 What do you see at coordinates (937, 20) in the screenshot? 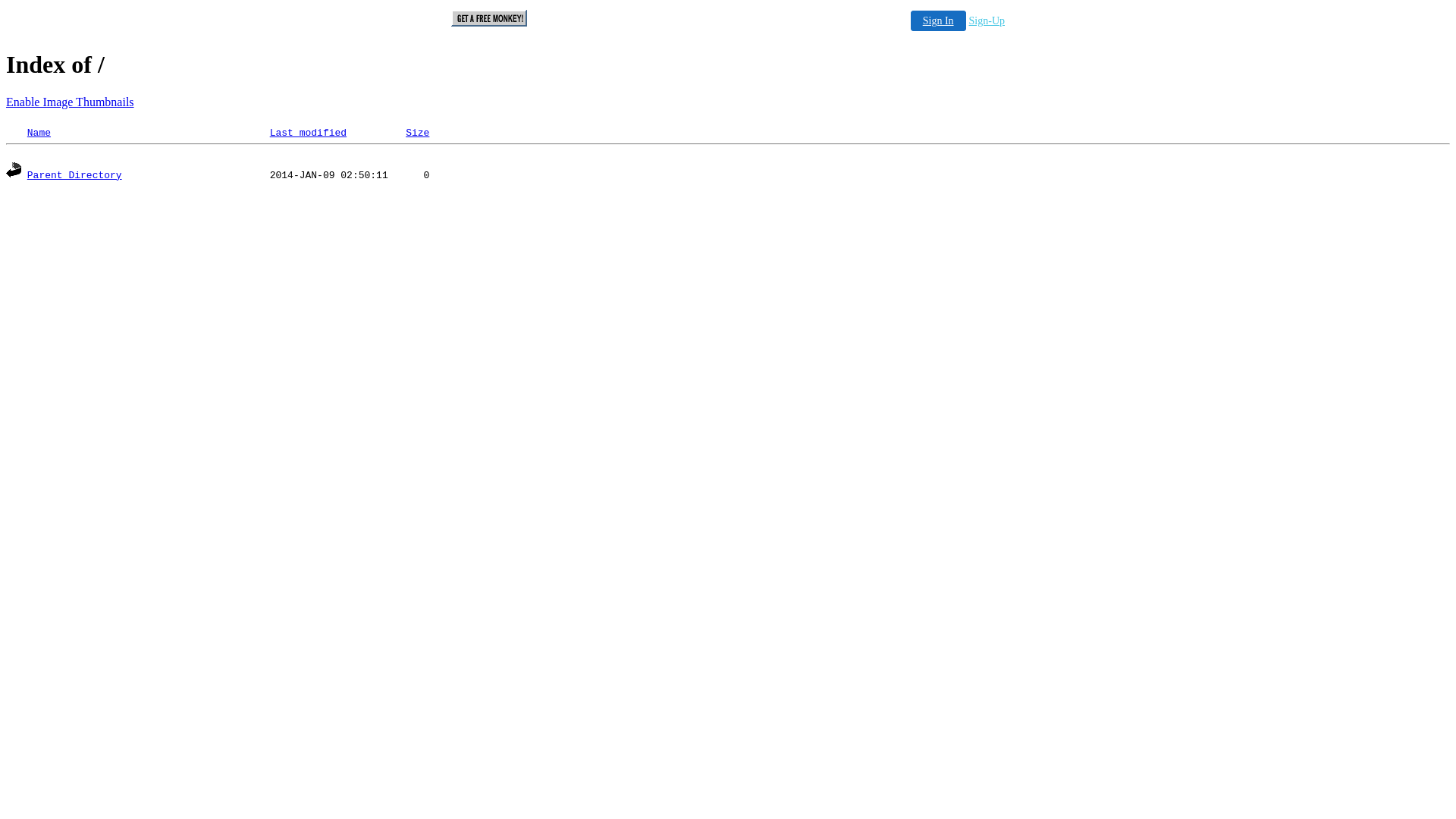
I see `'Sign In'` at bounding box center [937, 20].